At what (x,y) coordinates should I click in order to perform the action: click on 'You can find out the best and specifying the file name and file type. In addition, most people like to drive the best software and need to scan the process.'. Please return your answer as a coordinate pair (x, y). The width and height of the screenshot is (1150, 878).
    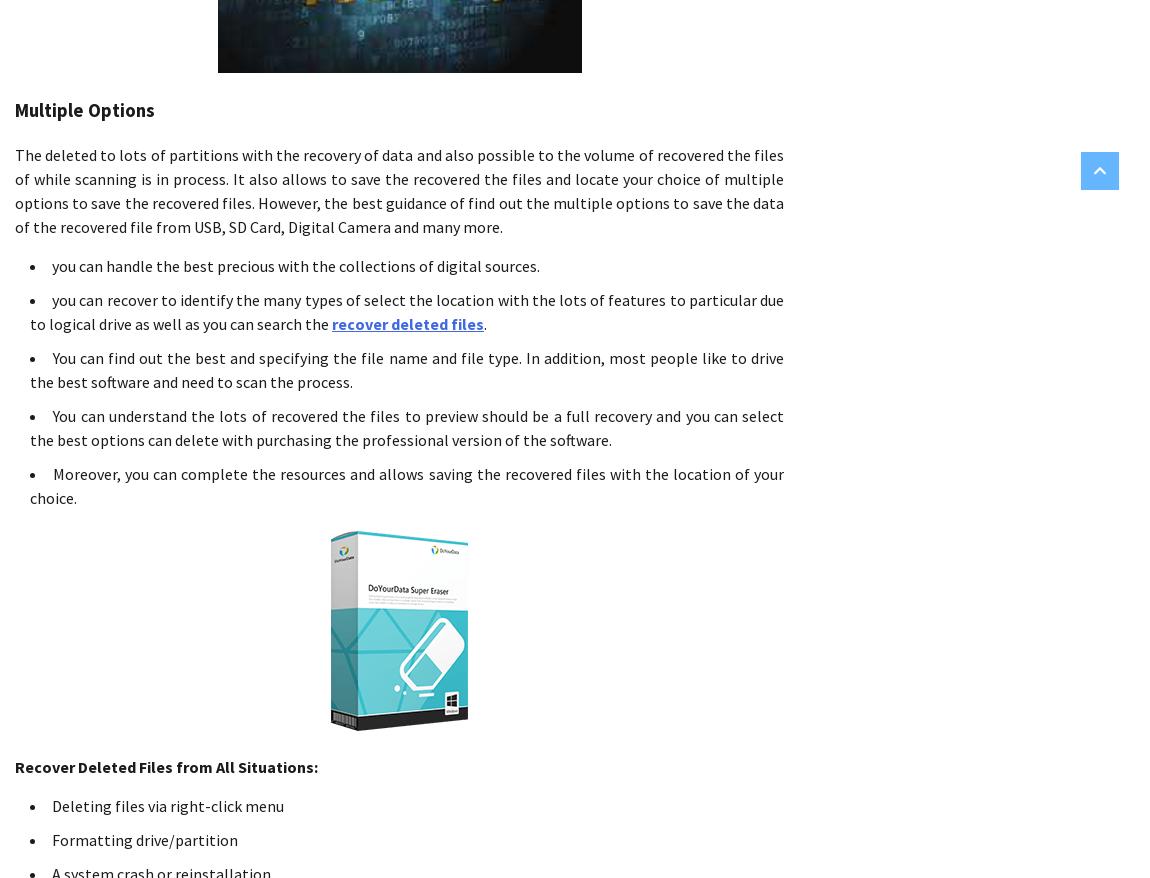
    Looking at the image, I should click on (406, 368).